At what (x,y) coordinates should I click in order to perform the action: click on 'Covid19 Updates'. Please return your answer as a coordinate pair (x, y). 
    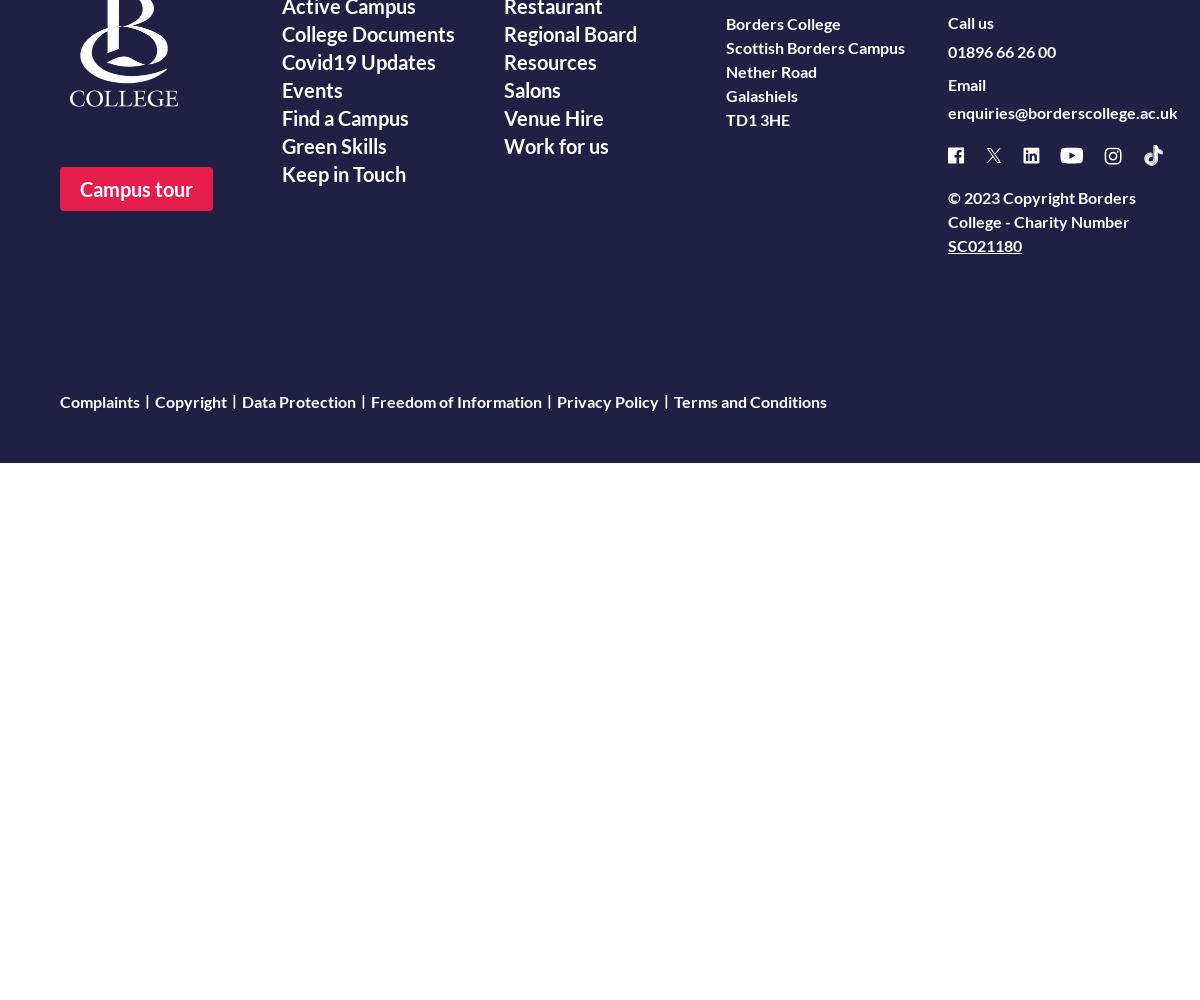
    Looking at the image, I should click on (359, 62).